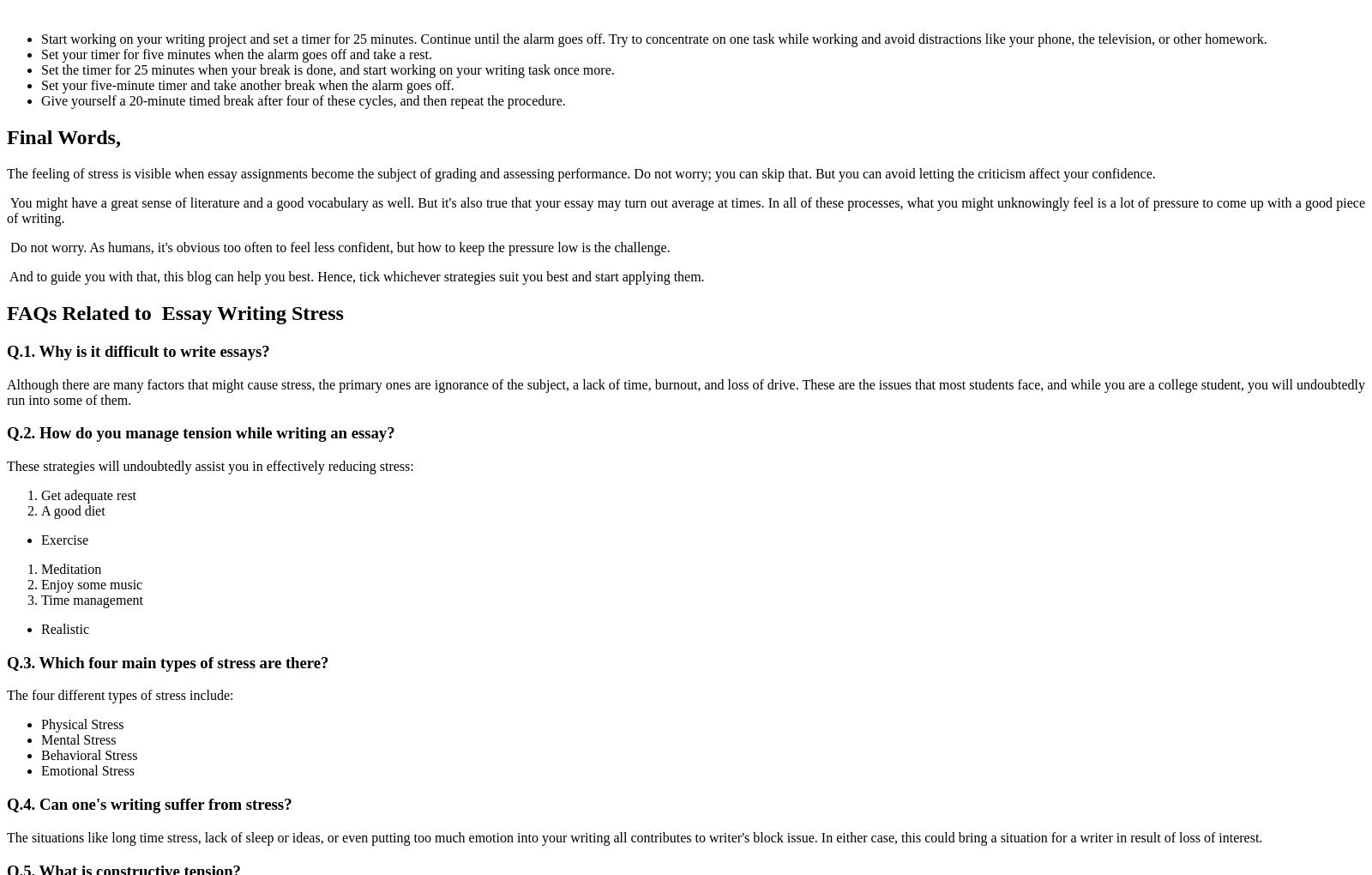 The image size is (1372, 875). Describe the element at coordinates (686, 390) in the screenshot. I see `'Although there are many factors that might cause stress, the primary ones are ignorance of the subject, a lack of time, burnout, and loss of drive. These are the issues that most students face, and while you are a college student, you will undoubtedly run into some of them.'` at that location.